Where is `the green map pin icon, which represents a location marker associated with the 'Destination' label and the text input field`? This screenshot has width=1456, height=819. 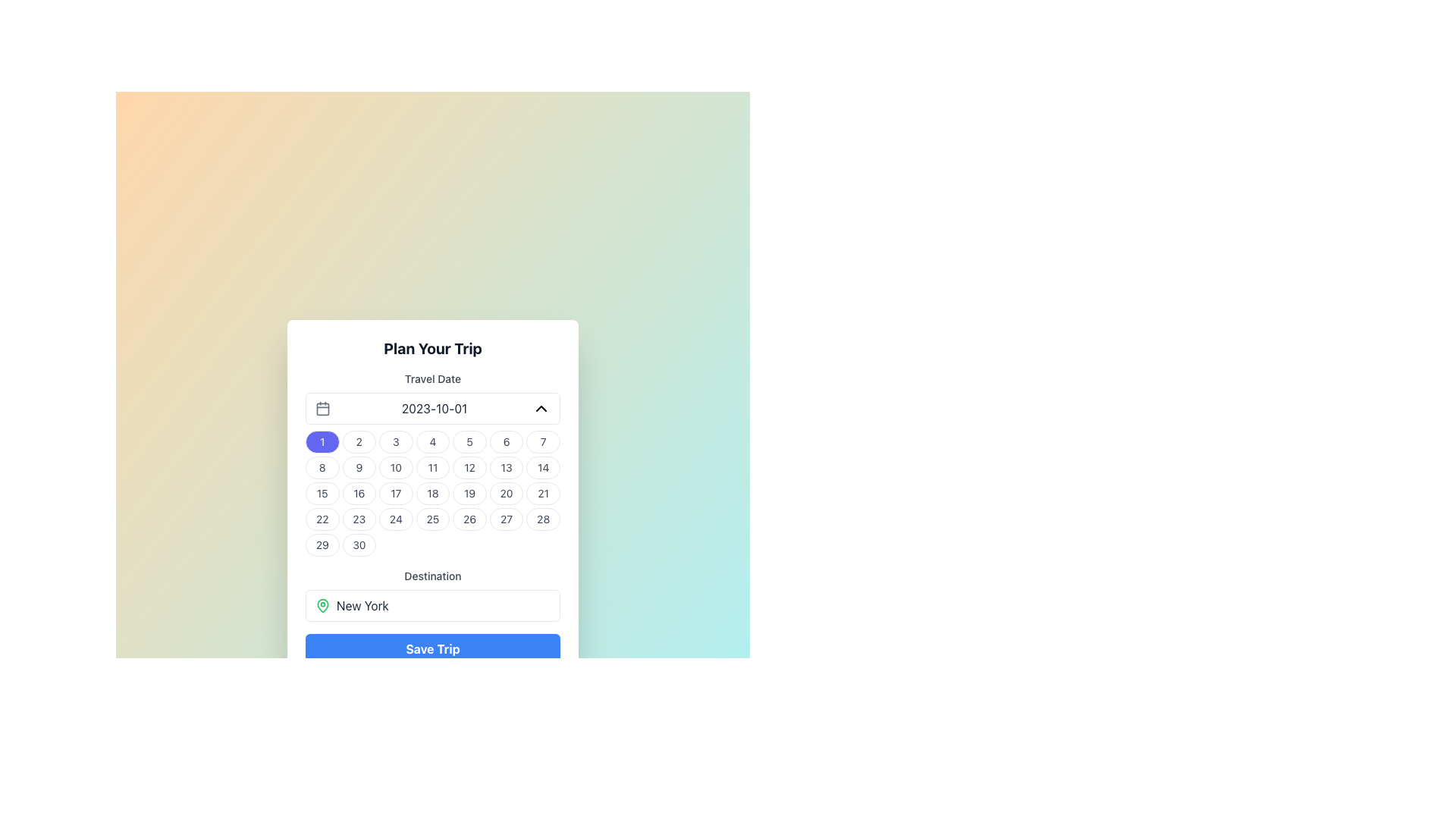 the green map pin icon, which represents a location marker associated with the 'Destination' label and the text input field is located at coordinates (322, 604).